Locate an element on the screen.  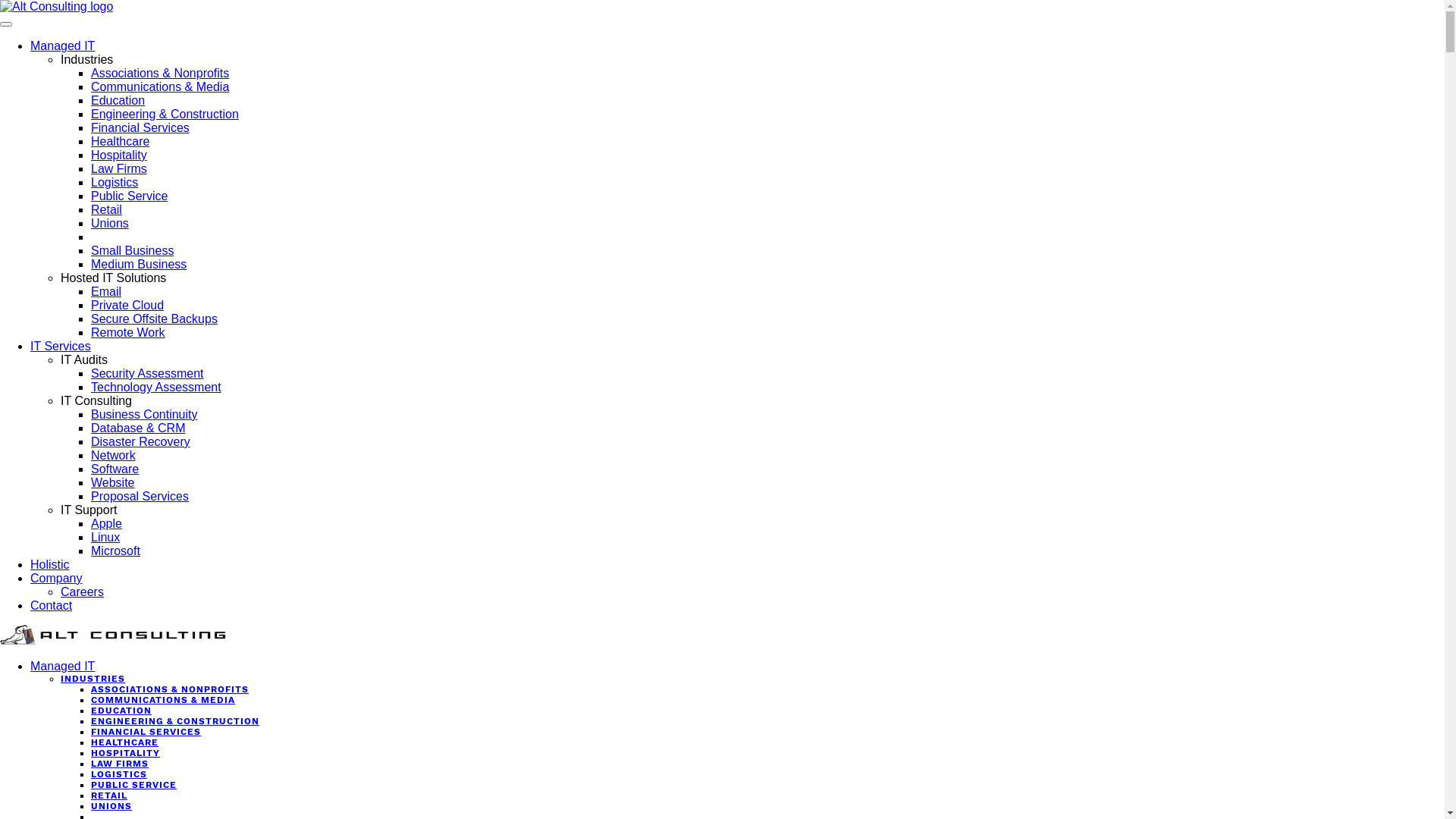
'Medium Business' is located at coordinates (138, 263).